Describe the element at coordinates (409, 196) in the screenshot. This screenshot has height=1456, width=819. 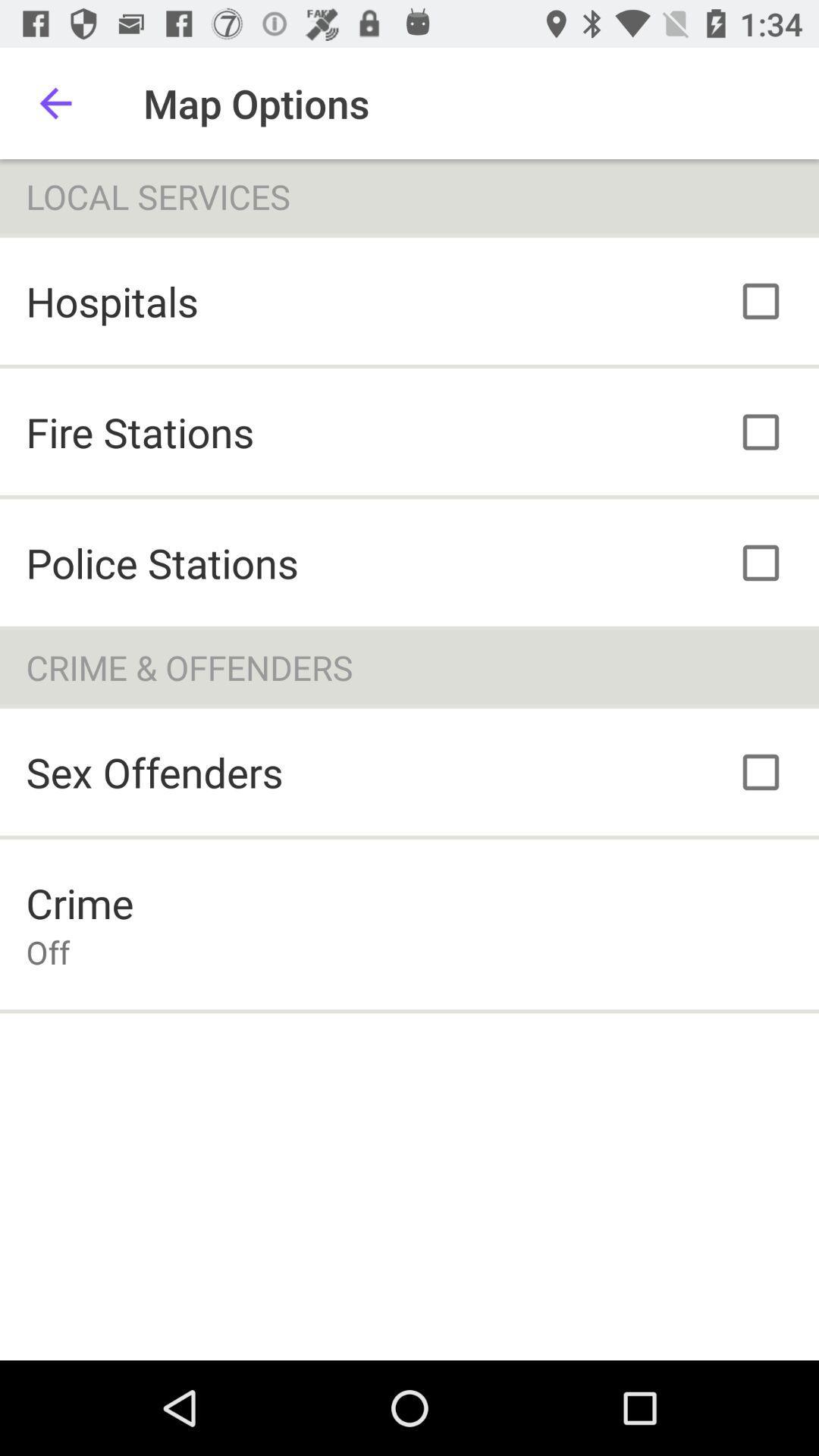
I see `the local services` at that location.